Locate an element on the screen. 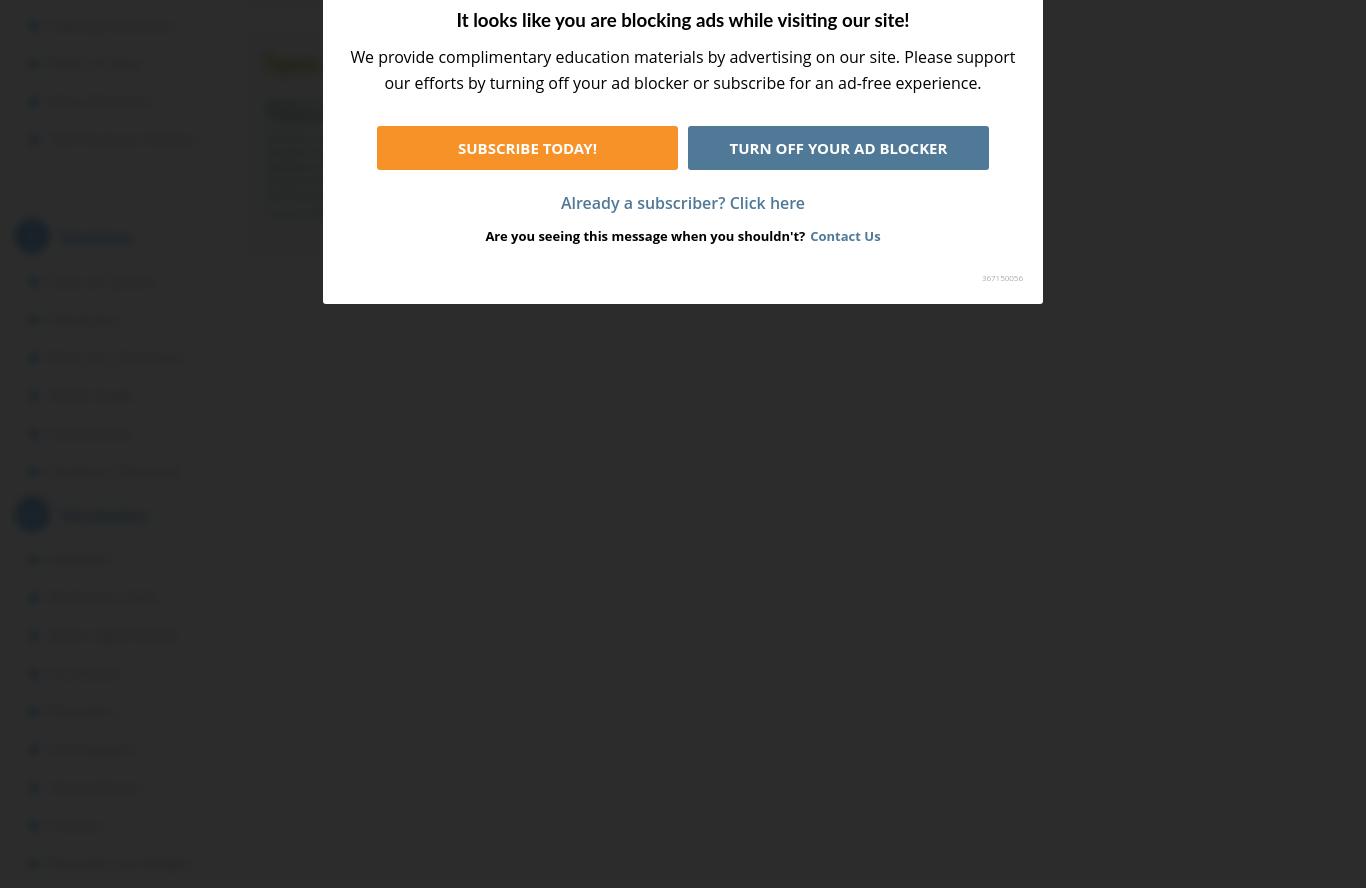 The height and width of the screenshot is (888, 1366). 'Point of View' is located at coordinates (94, 63).